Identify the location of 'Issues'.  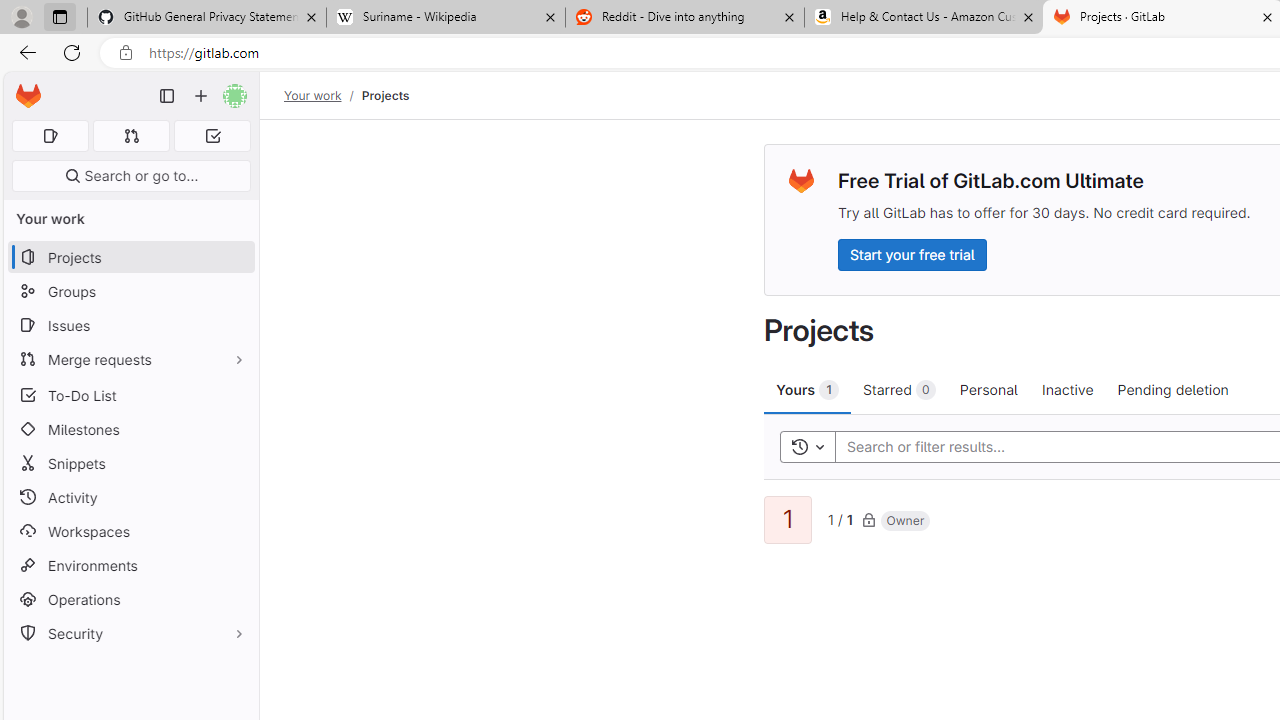
(130, 324).